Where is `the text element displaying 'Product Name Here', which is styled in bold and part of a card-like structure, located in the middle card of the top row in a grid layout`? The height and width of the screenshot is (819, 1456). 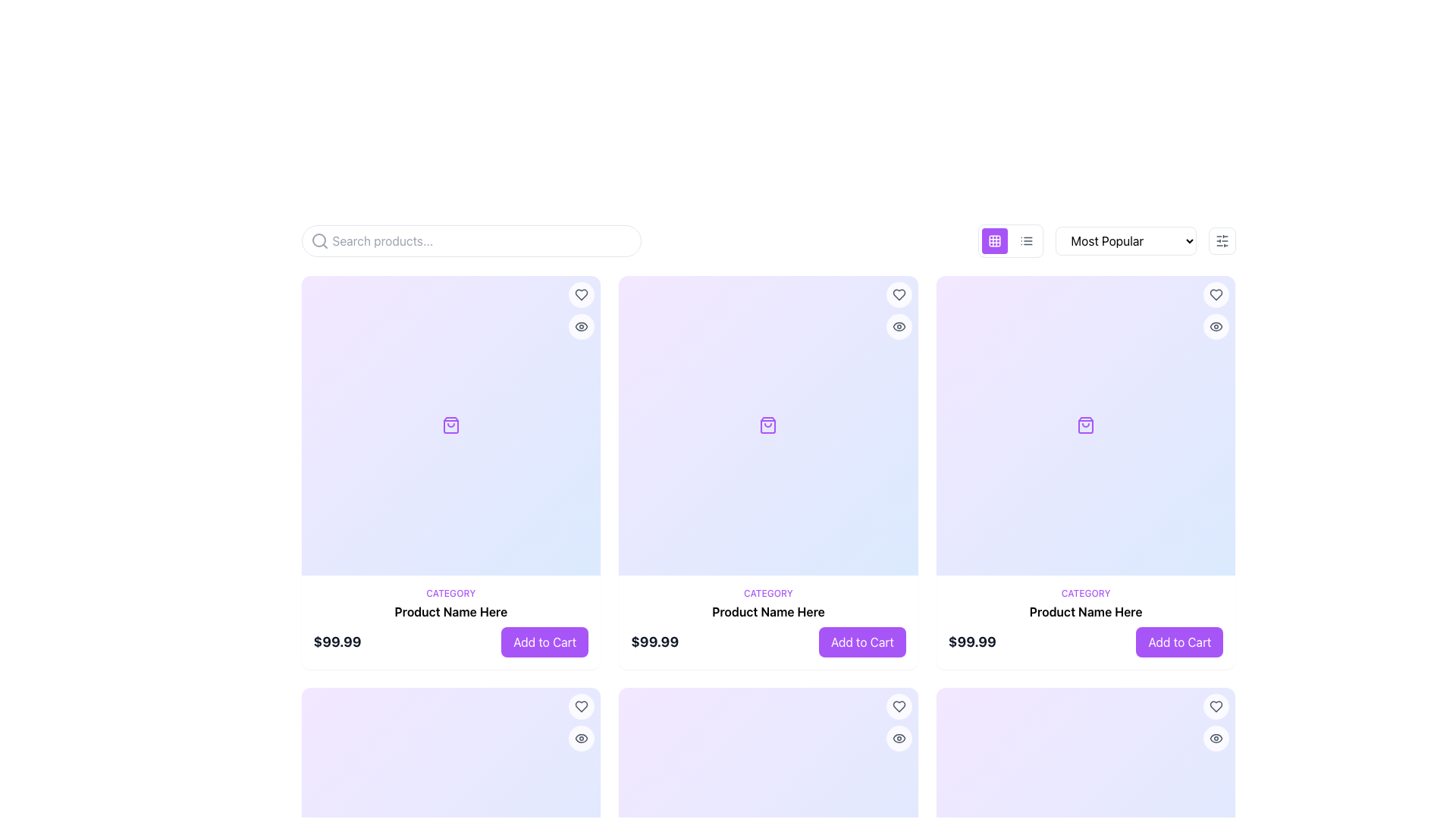 the text element displaying 'Product Name Here', which is styled in bold and part of a card-like structure, located in the middle card of the top row in a grid layout is located at coordinates (768, 610).